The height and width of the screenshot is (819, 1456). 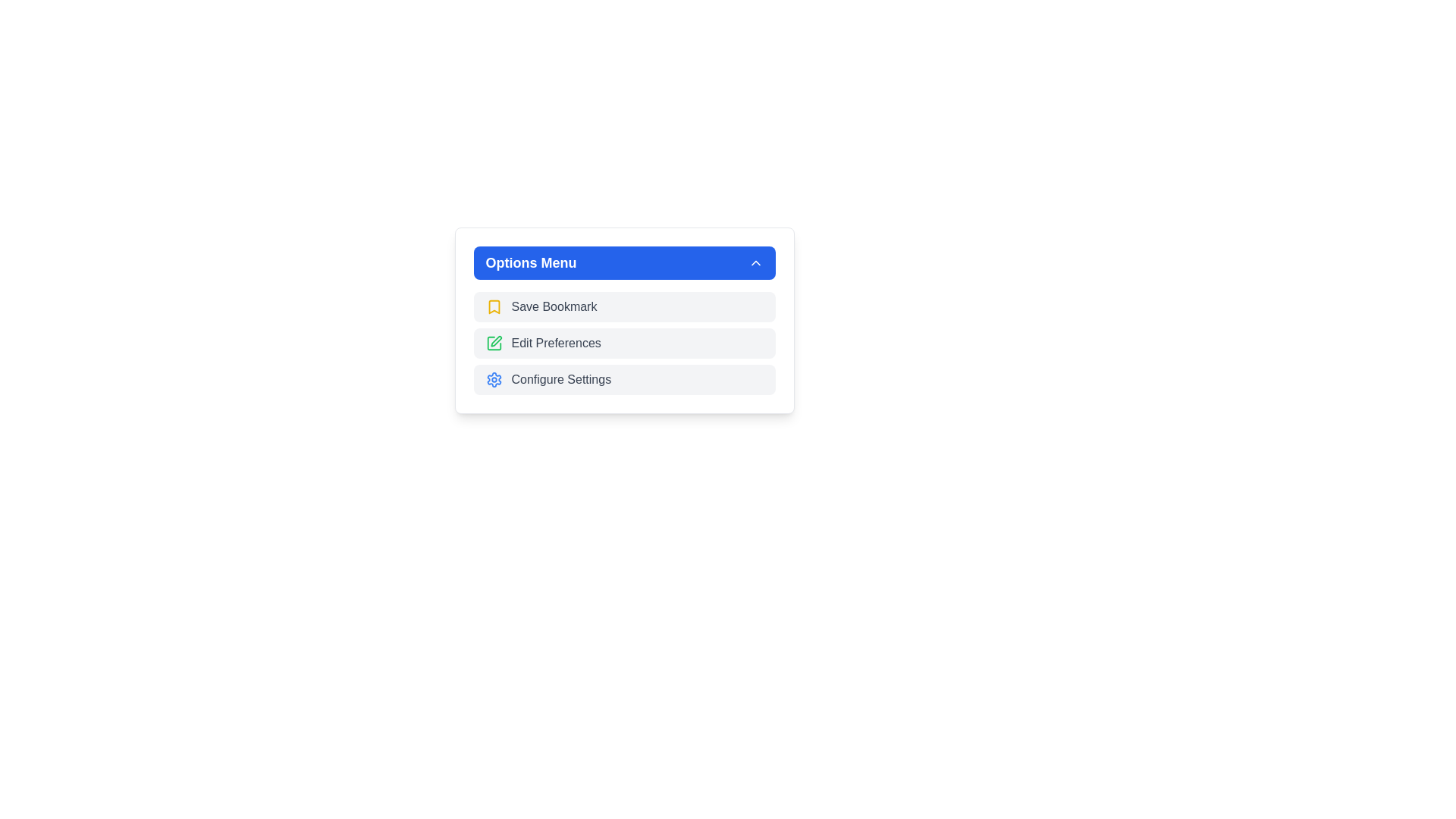 What do you see at coordinates (494, 307) in the screenshot?
I see `the yellow bookmark icon located to the left of the 'Save Bookmark' text in the vertical menu for any visual cues` at bounding box center [494, 307].